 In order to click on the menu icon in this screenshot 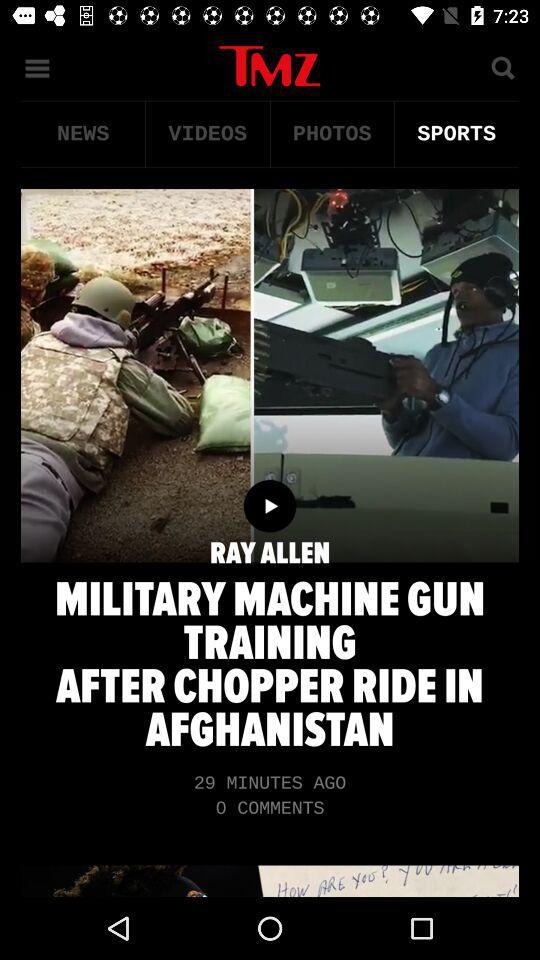, I will do `click(37, 66)`.